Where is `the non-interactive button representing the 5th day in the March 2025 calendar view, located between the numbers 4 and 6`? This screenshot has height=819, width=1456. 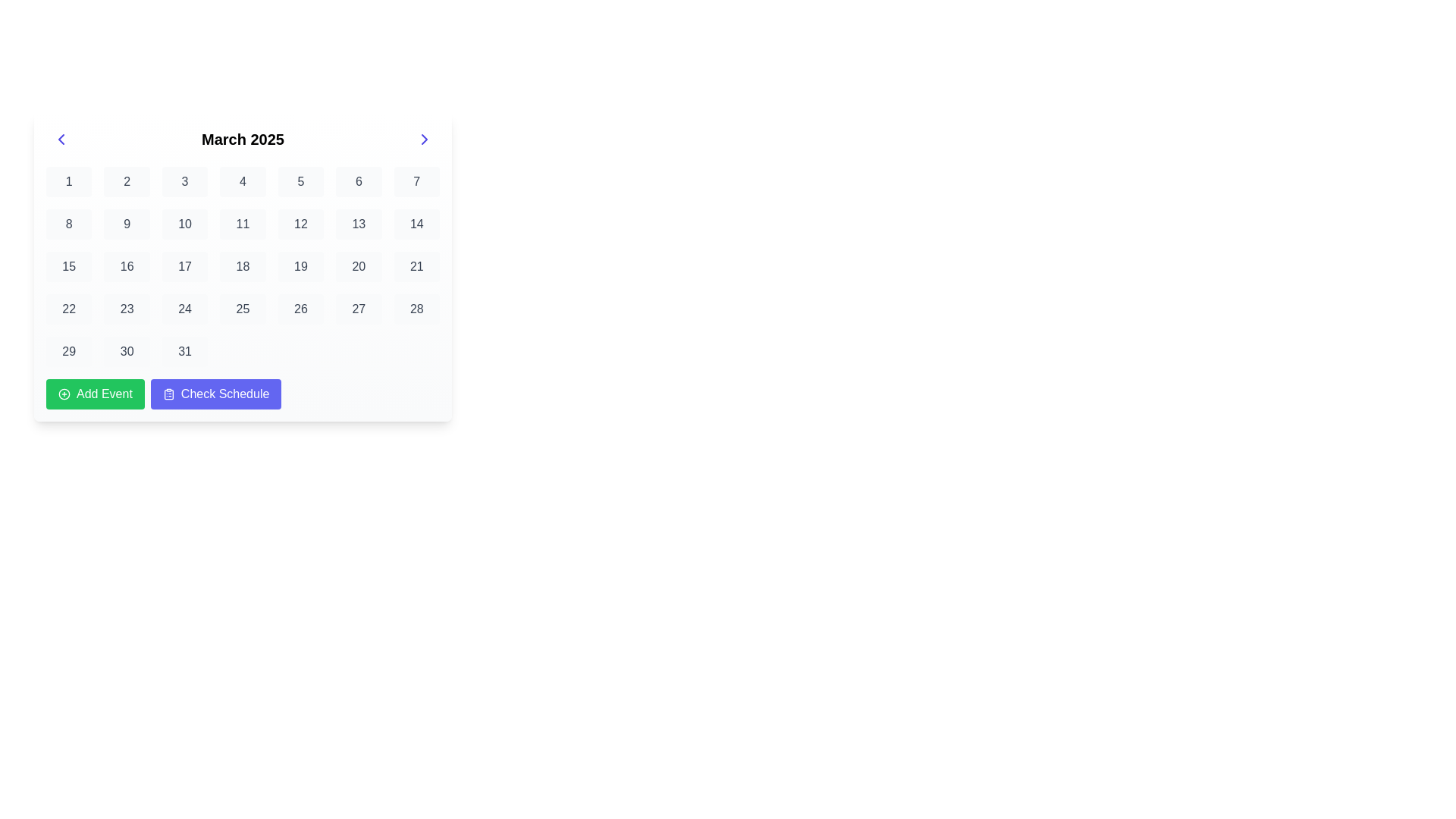 the non-interactive button representing the 5th day in the March 2025 calendar view, located between the numbers 4 and 6 is located at coordinates (300, 180).